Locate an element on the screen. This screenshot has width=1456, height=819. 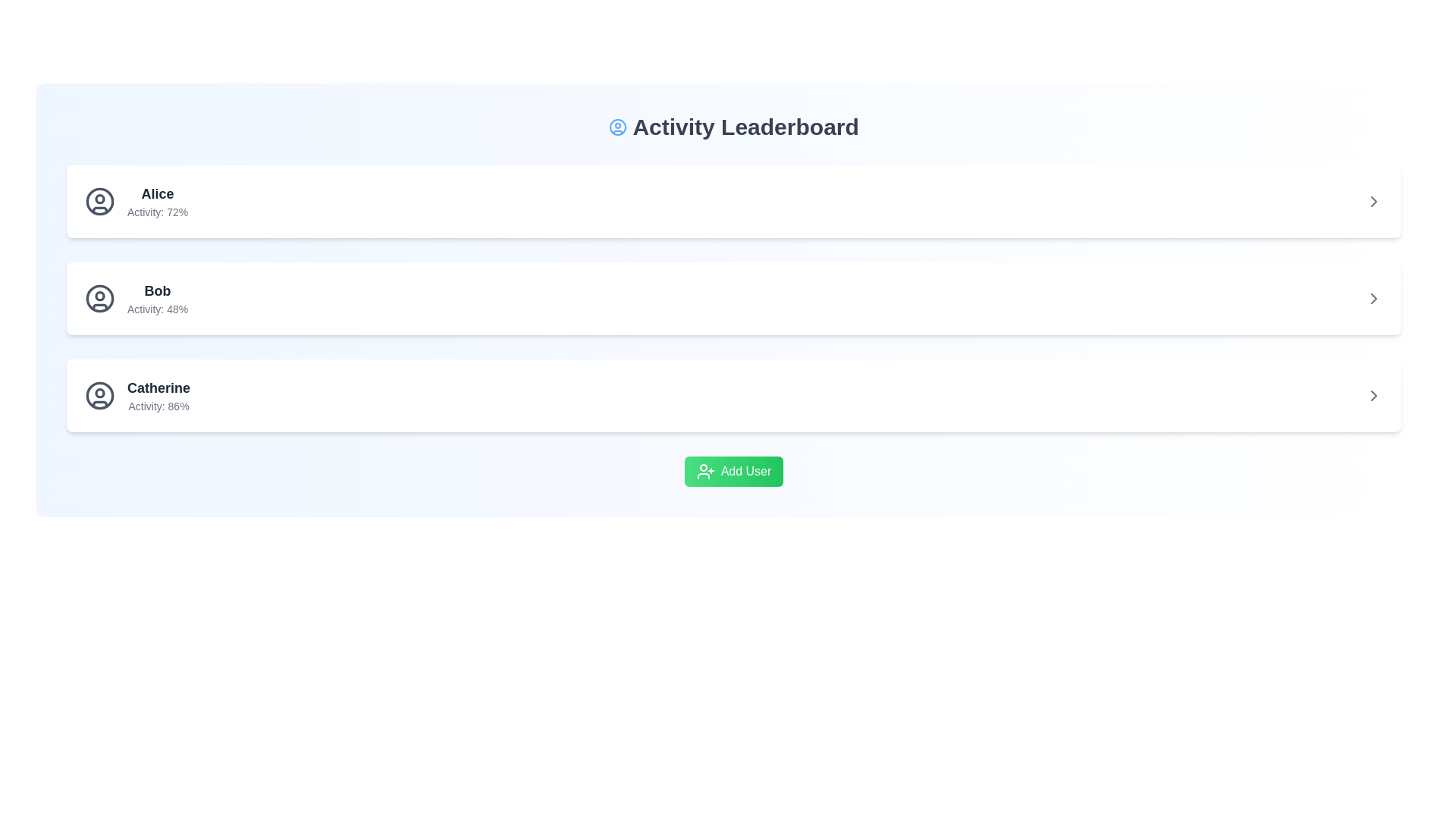
the right-facing chevron icon located at the far right of the 'Catherine' row in the 'Activity Leaderboard' section is located at coordinates (1373, 394).